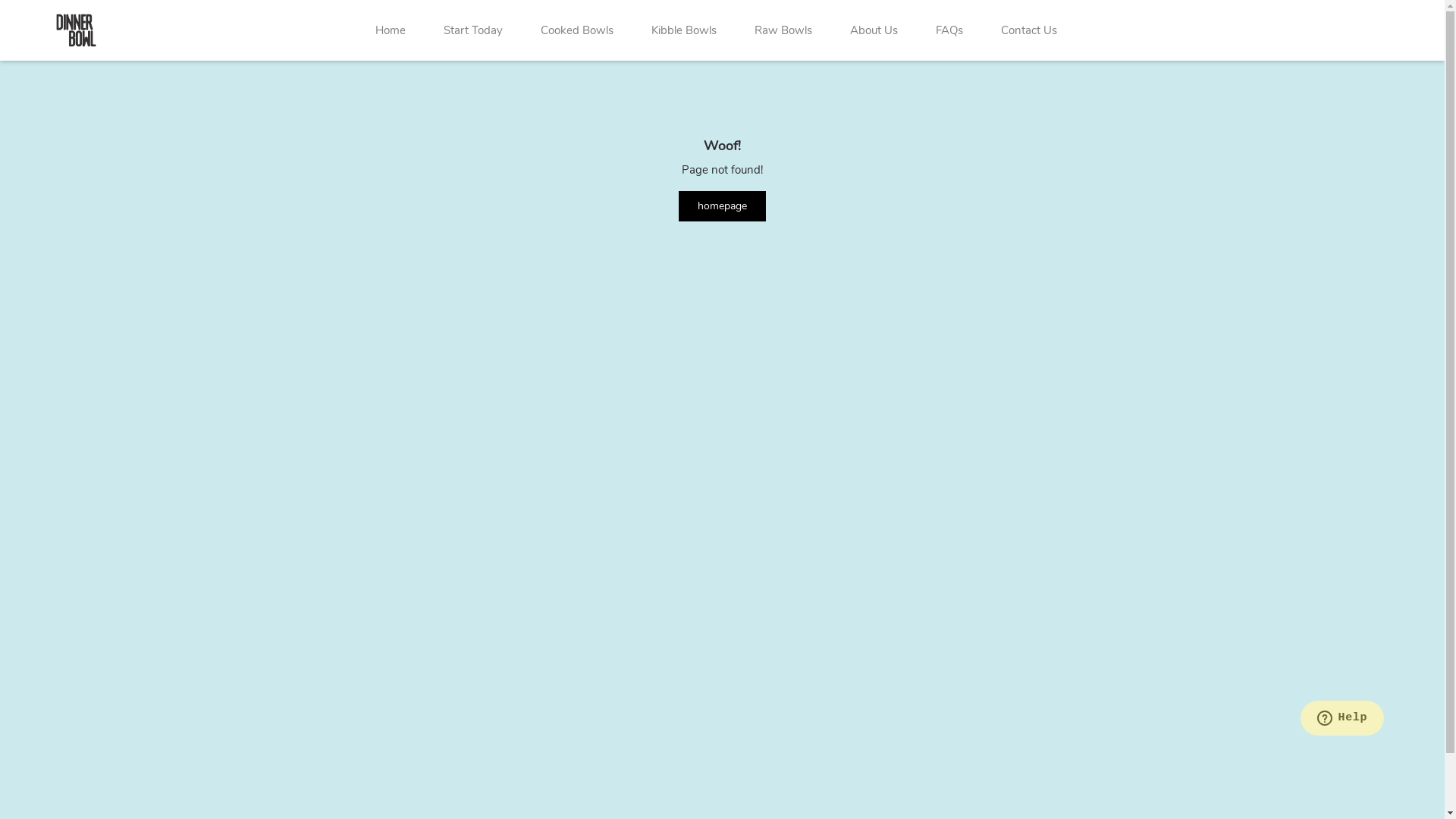 The image size is (1456, 819). I want to click on 'Raw Bowls', so click(783, 30).